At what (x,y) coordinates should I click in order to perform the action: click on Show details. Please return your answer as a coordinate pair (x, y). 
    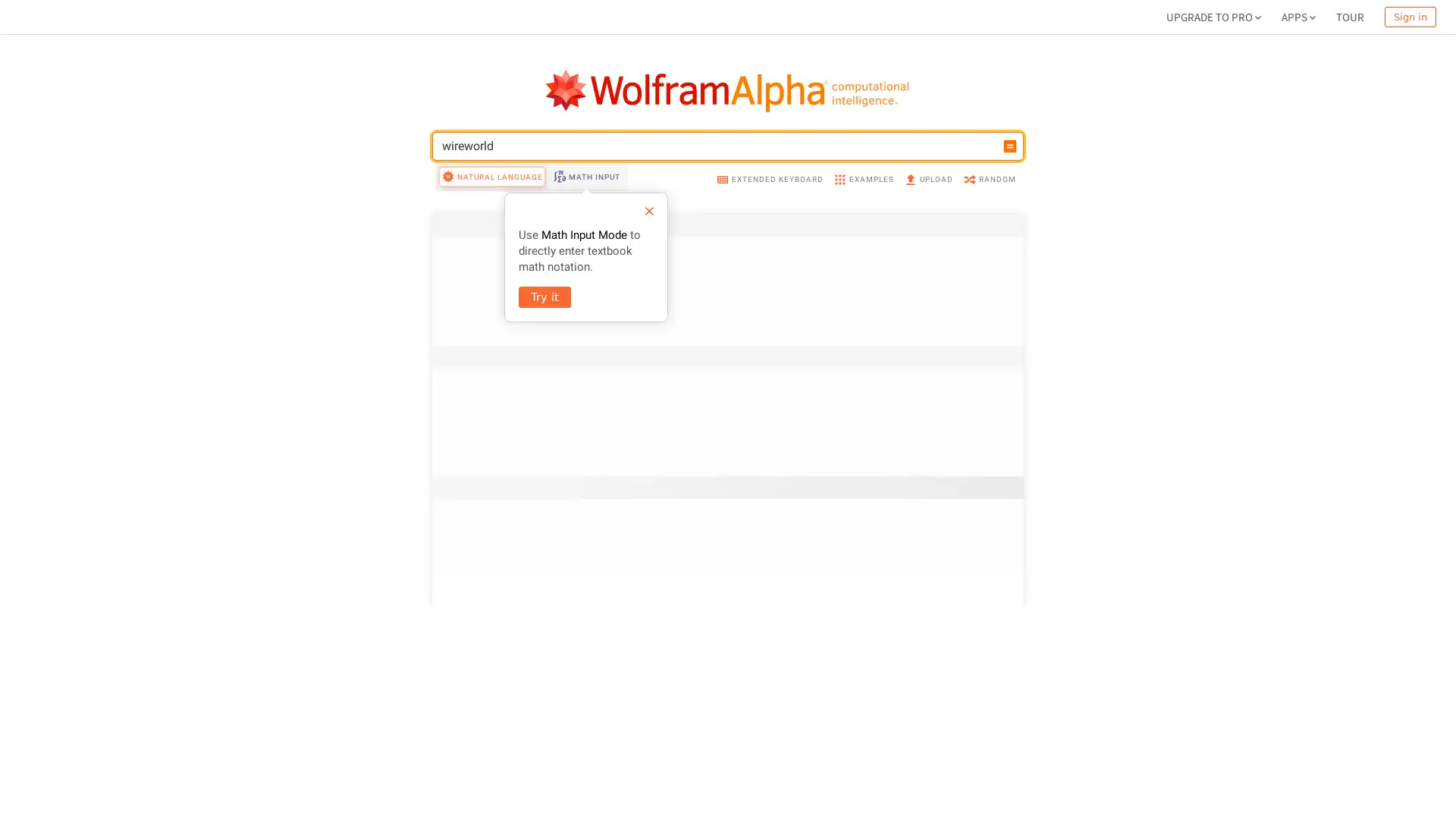
    Looking at the image, I should click on (974, 666).